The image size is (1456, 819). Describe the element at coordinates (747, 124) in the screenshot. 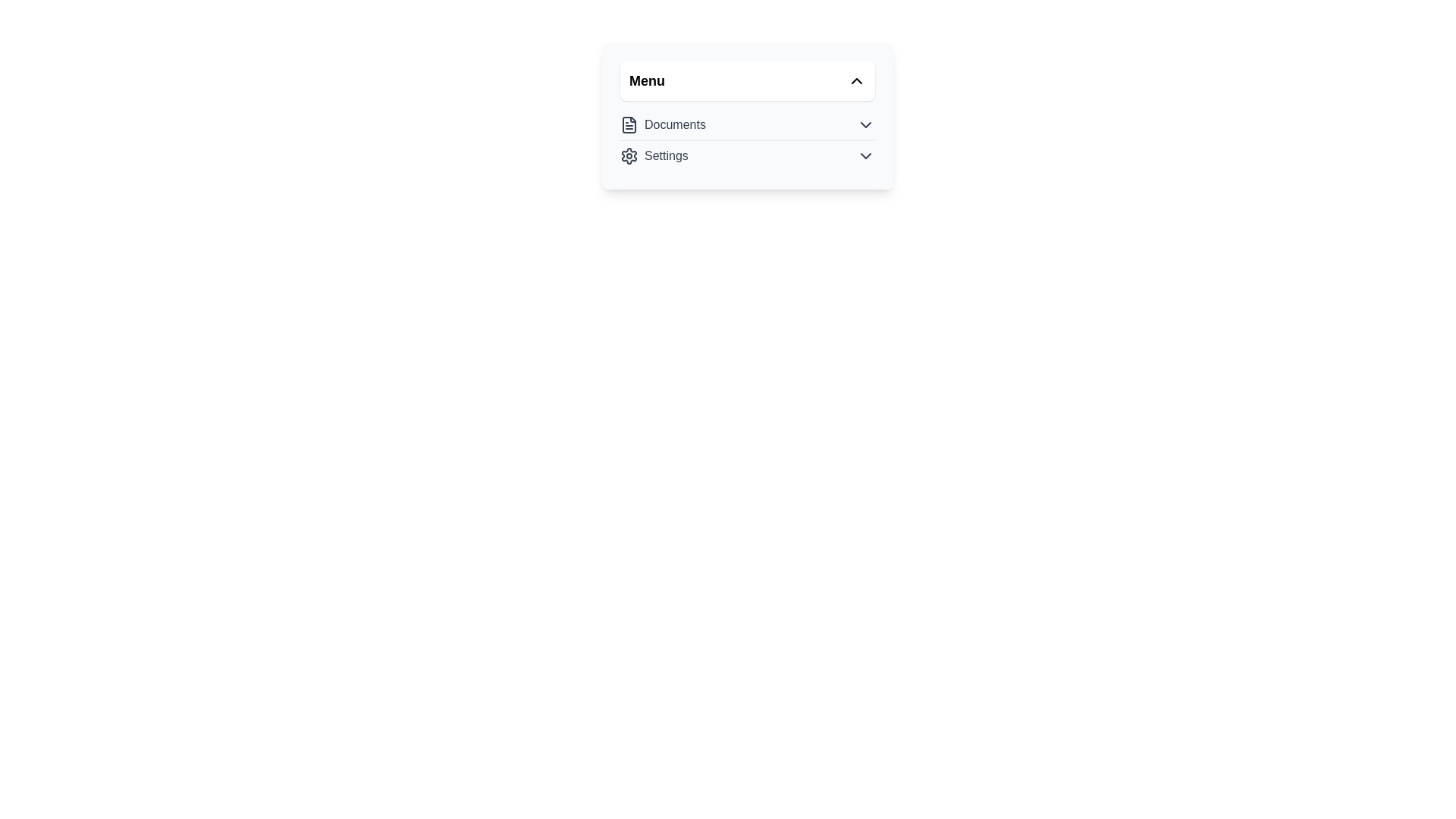

I see `the 'Documents' expandable menu item located at the top of the 'Menu' section` at that location.